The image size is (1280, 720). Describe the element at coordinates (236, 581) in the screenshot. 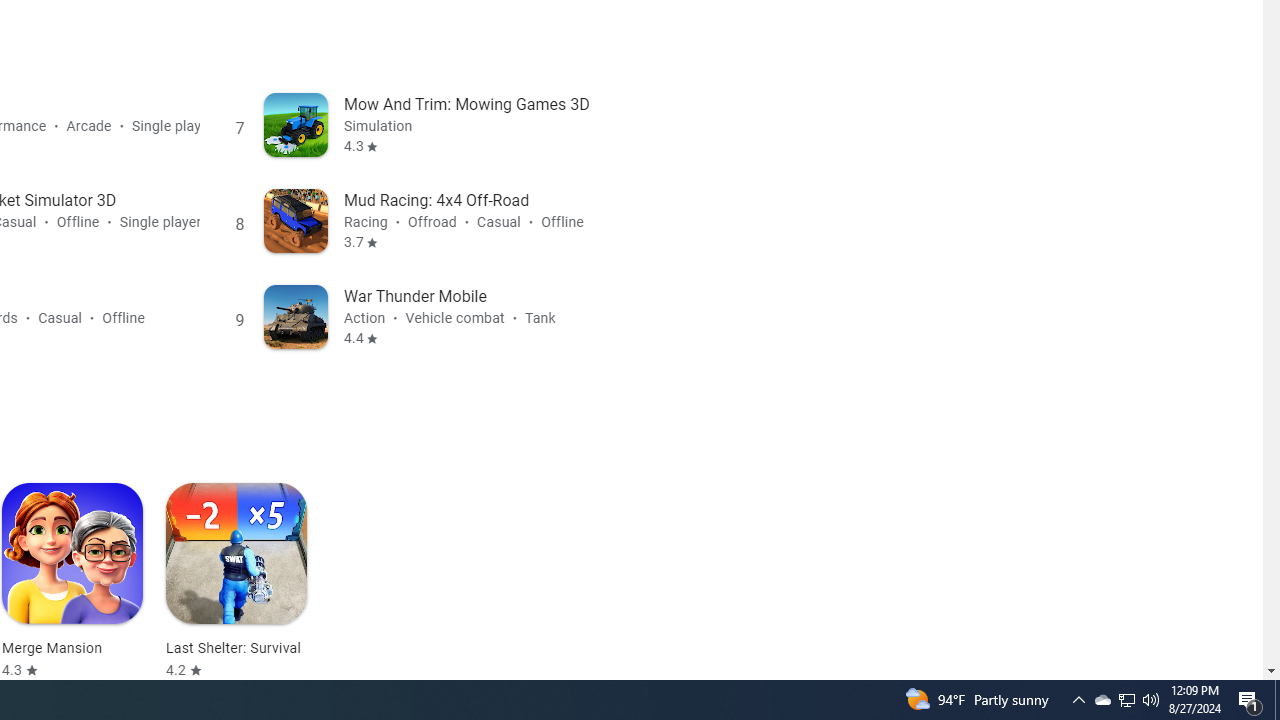

I see `'Last Shelter: Survival Rated 4.2 stars out of five stars'` at that location.